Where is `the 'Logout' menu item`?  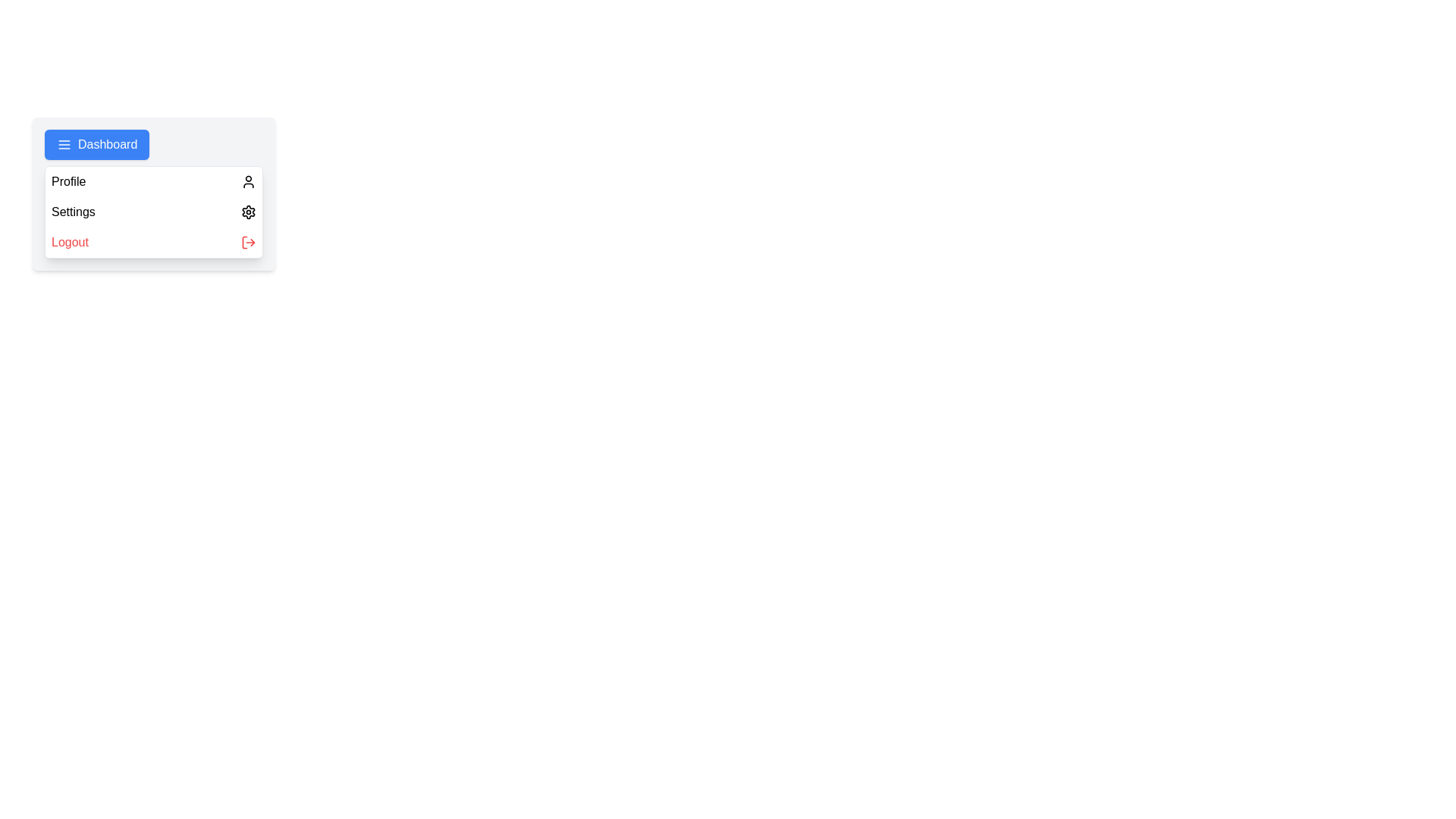
the 'Logout' menu item is located at coordinates (153, 242).